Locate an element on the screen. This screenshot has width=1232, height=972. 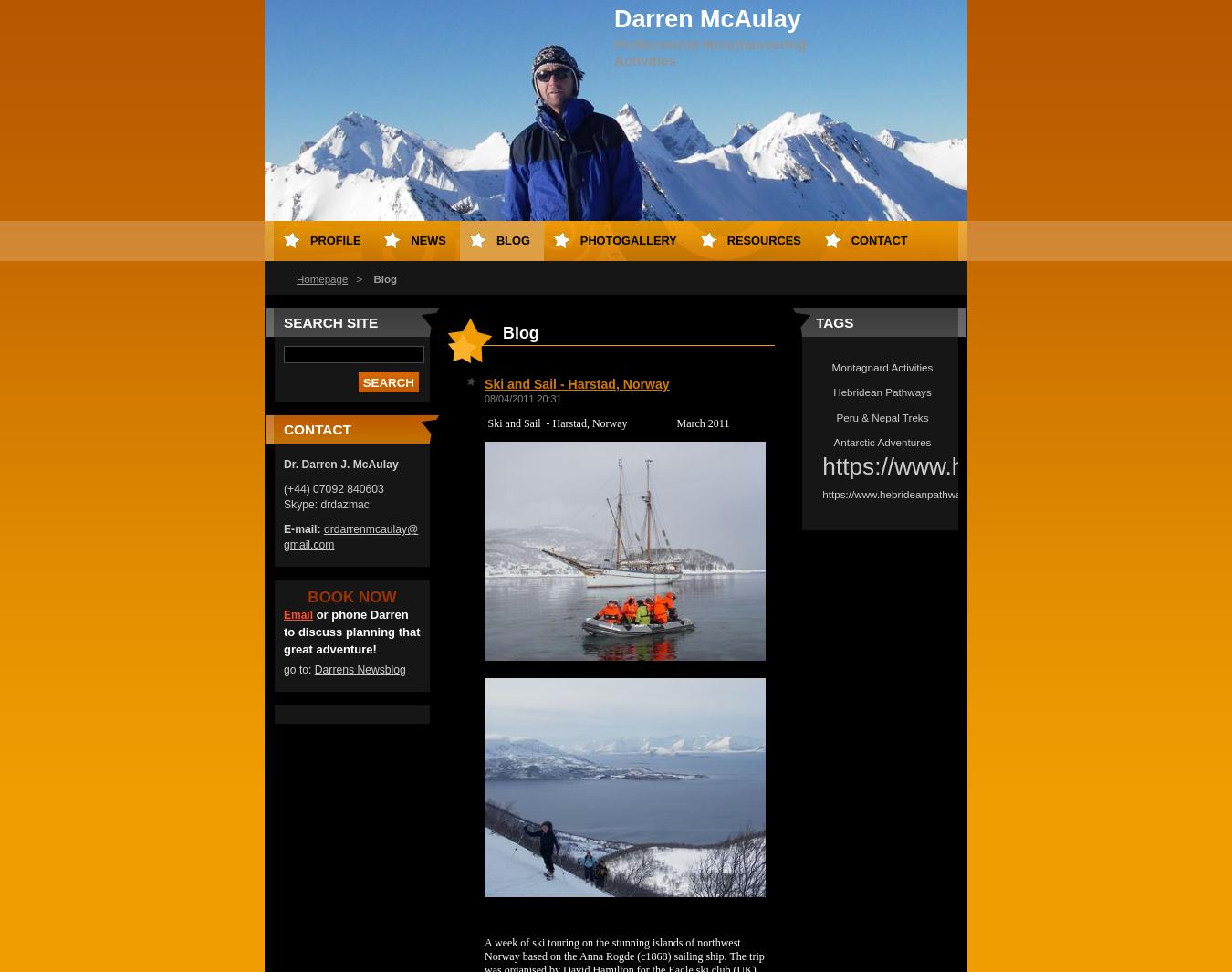
'Resources' is located at coordinates (726, 239).